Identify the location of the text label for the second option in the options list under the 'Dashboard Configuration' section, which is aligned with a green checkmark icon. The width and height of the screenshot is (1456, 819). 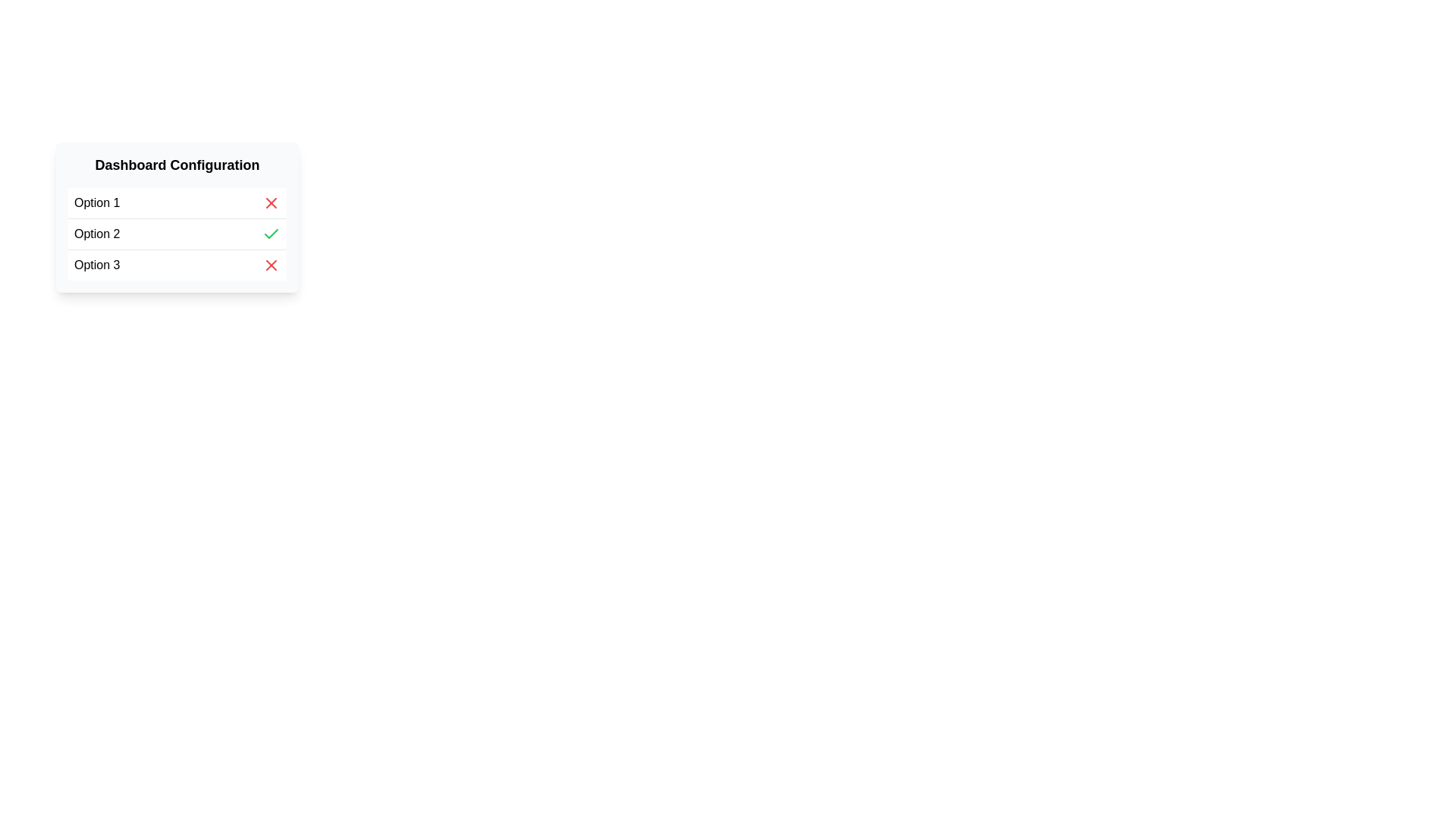
(96, 234).